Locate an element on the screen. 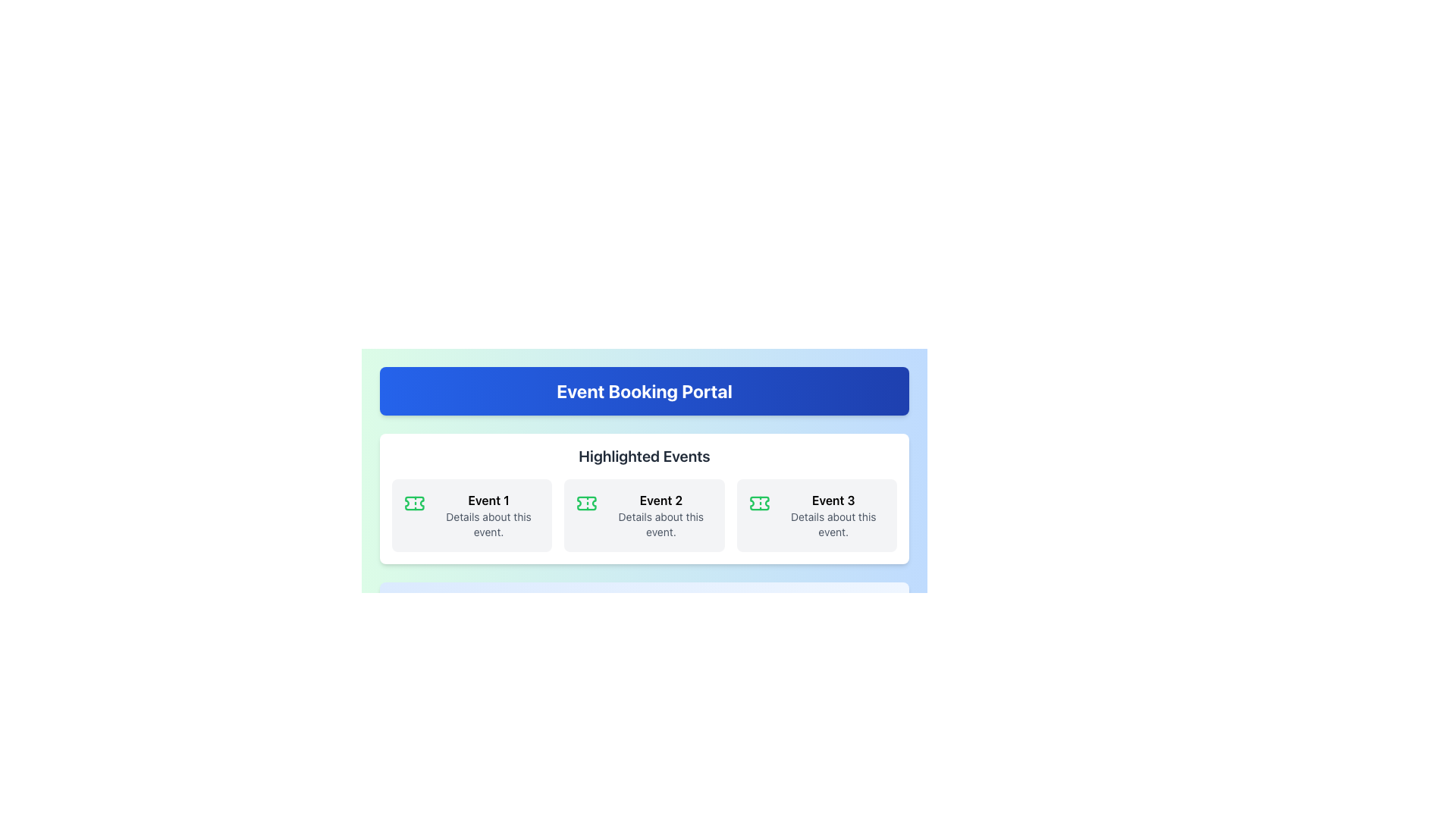 This screenshot has width=1456, height=819. the text element providing information about 'Event 1' from the center of the first event card in the 'Highlighted Events' section is located at coordinates (488, 514).